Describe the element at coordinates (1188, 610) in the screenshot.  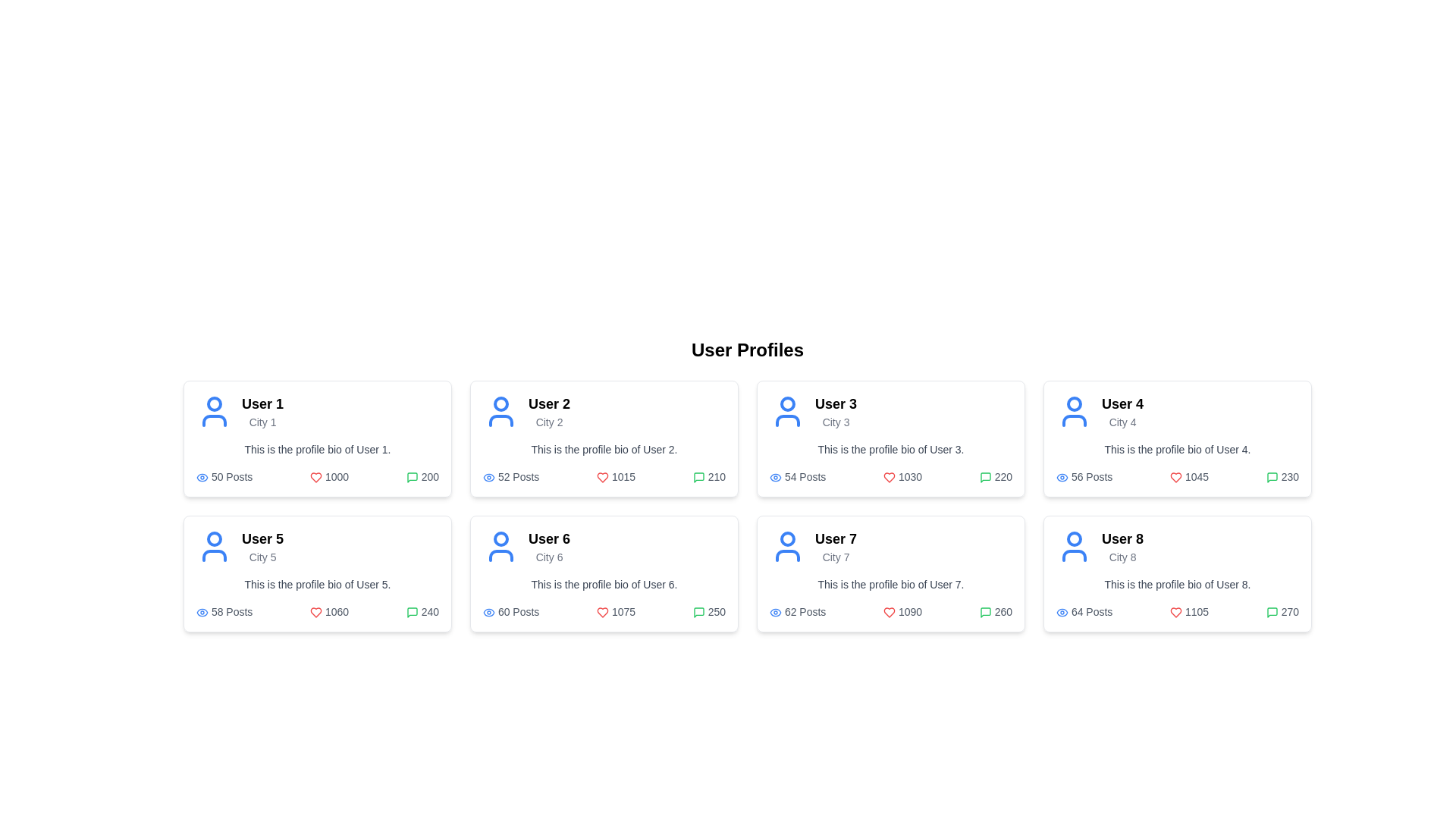
I see `the text label displaying the count of likes or favorites associated with 'User 8', which is located next to the red heart icon` at that location.